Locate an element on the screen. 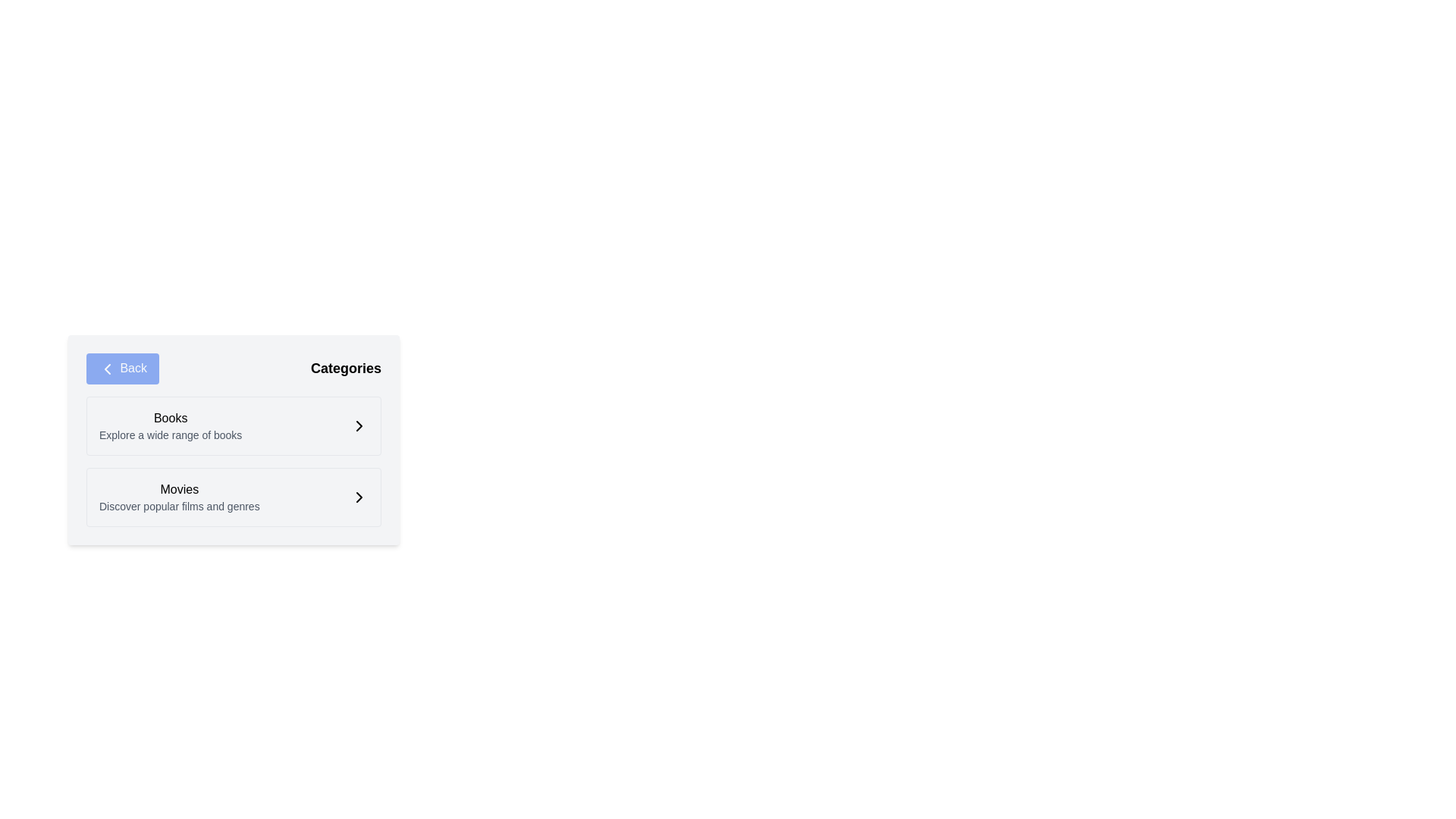 Image resolution: width=1456 pixels, height=819 pixels. the text label 'Movies', which is styled in bold and serves as the category title located in the second row of the 'Categories' section is located at coordinates (179, 489).